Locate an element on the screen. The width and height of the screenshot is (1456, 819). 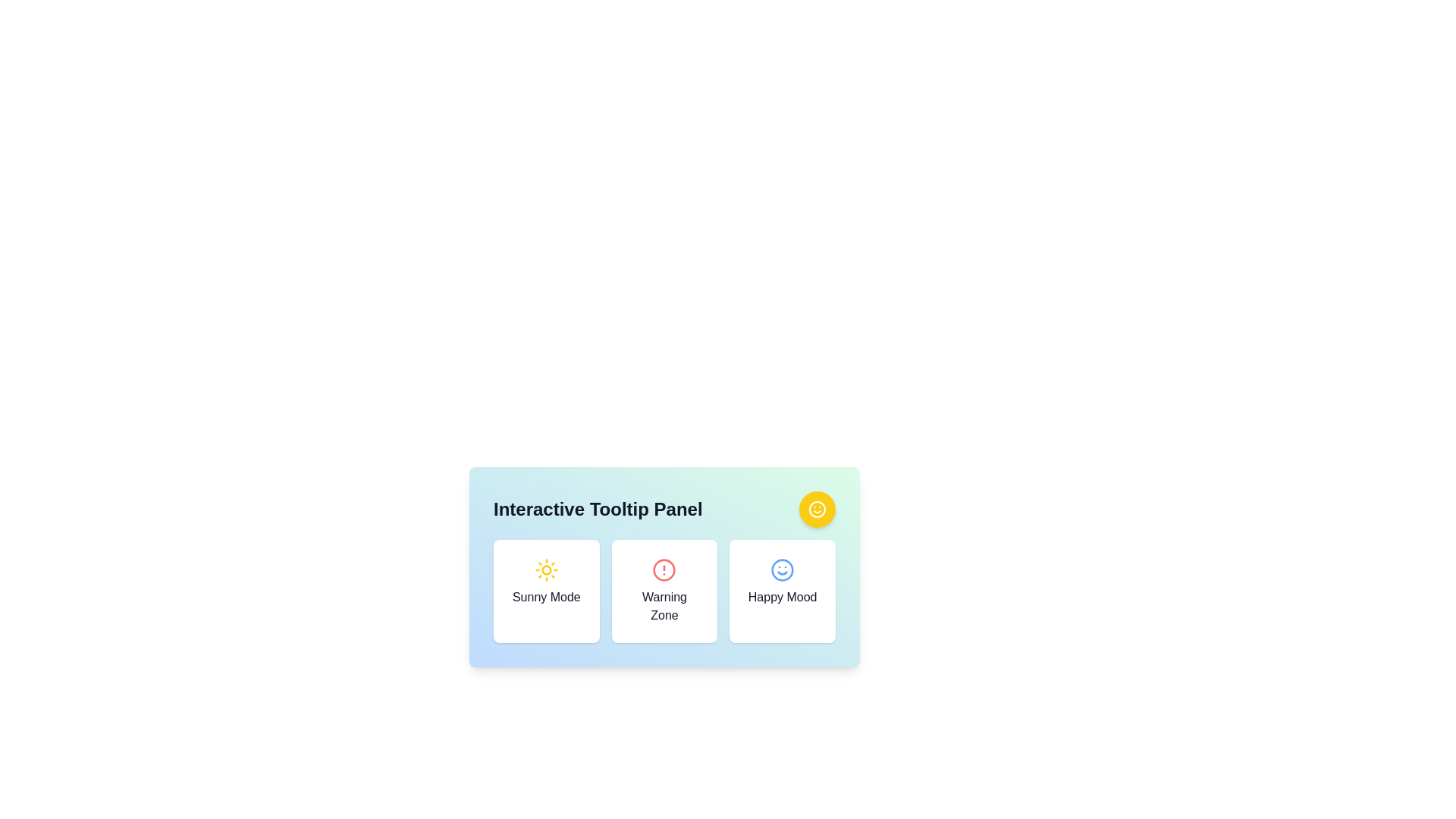
the 'Happy Mood' card, which is a rectangular card with a white background and a blue smiley face icon at the top, located to the right of the 'Warning Zone' card is located at coordinates (783, 590).